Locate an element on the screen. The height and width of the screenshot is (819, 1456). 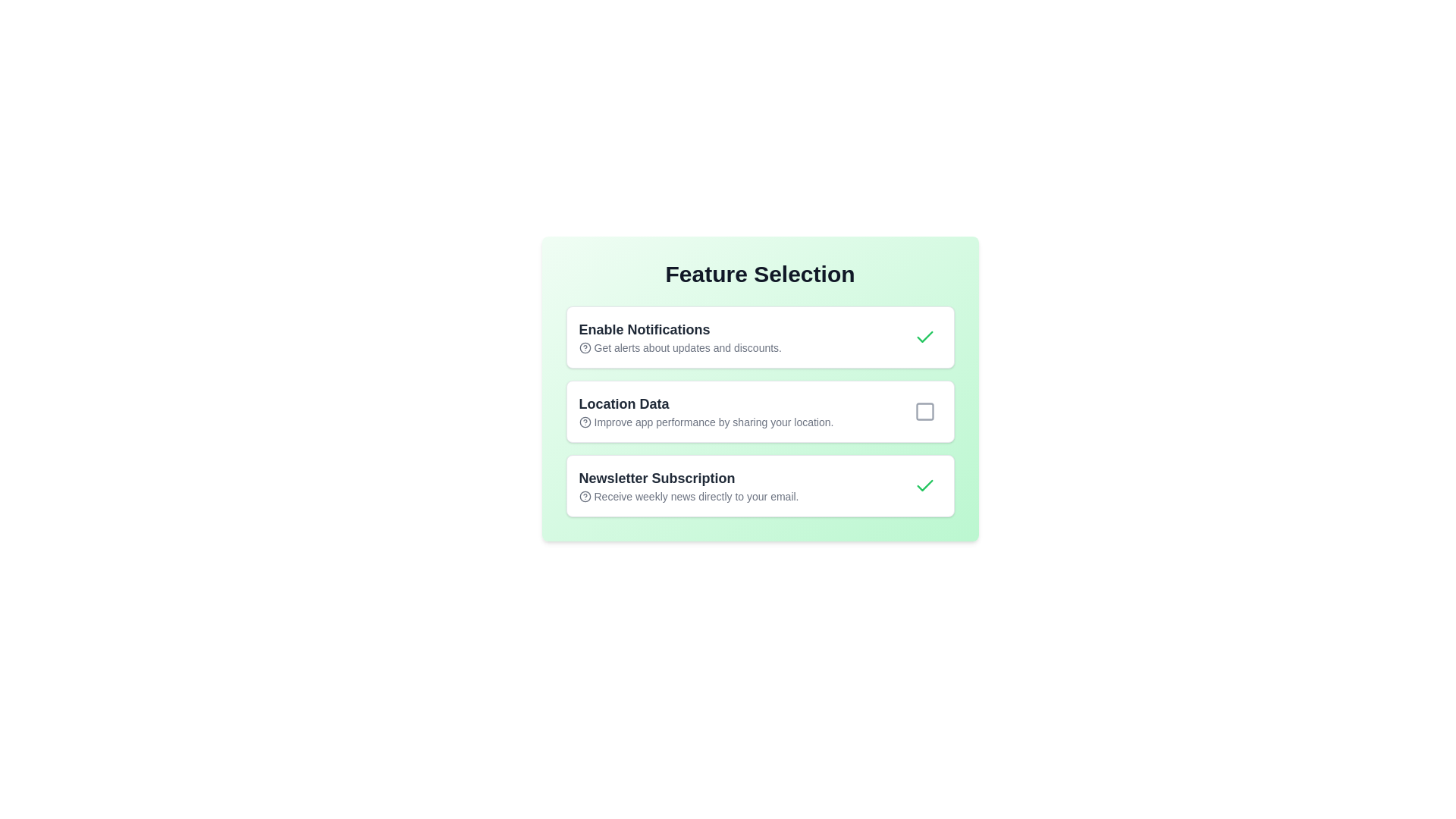
the checkbox on the card that allows users is located at coordinates (760, 412).